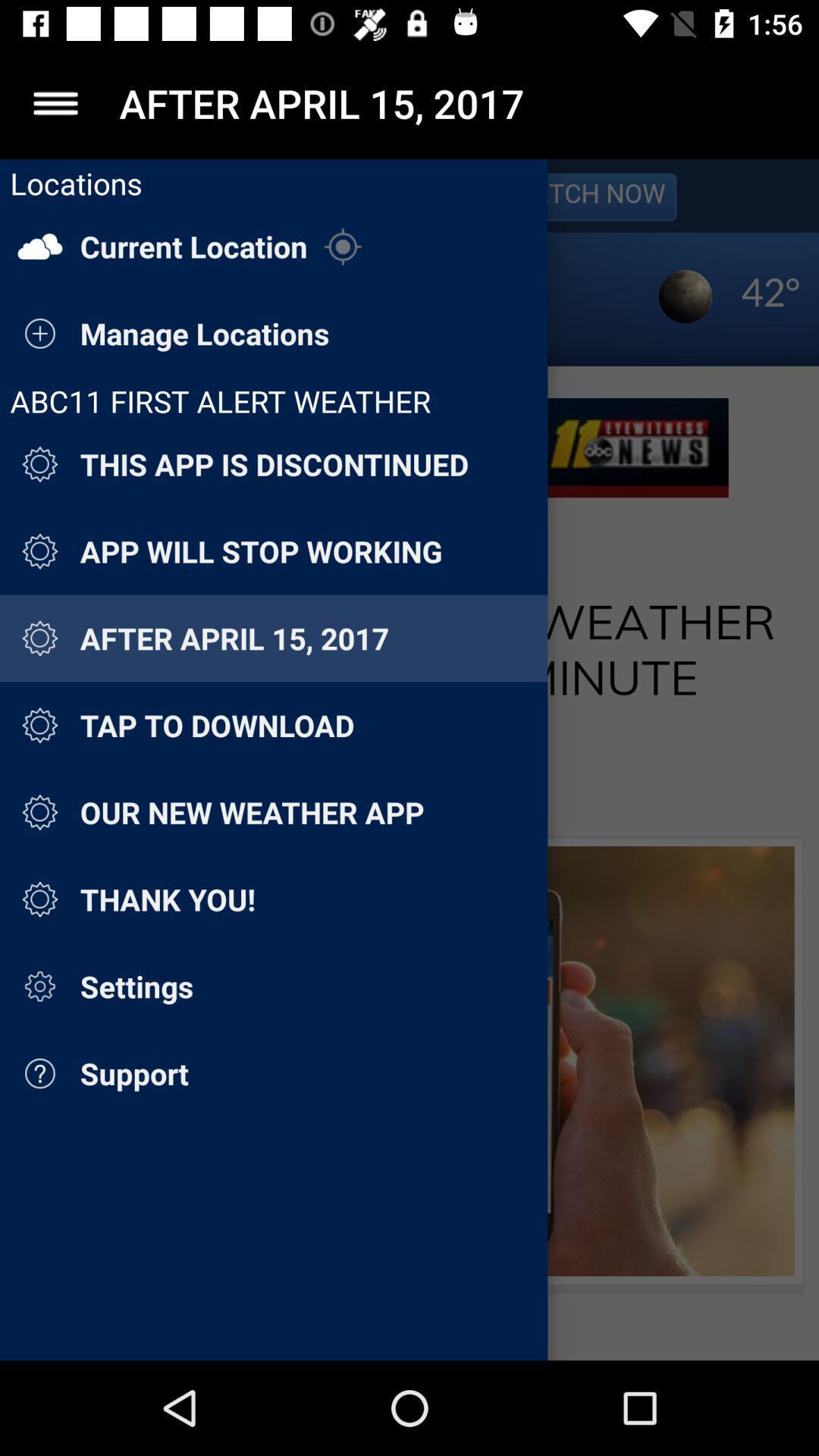  What do you see at coordinates (55, 102) in the screenshot?
I see `context menu` at bounding box center [55, 102].